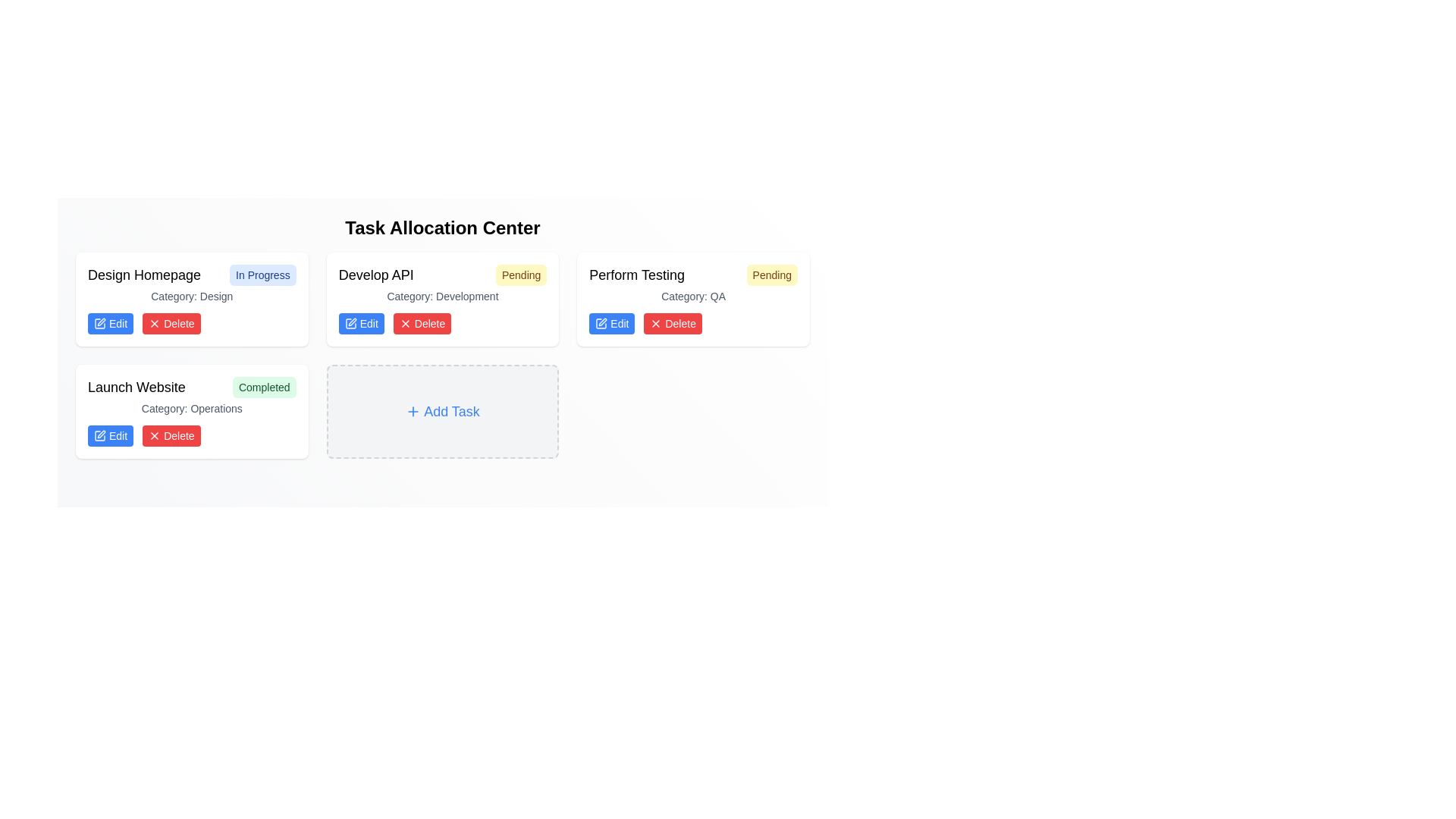  What do you see at coordinates (191, 296) in the screenshot?
I see `the 'Design' category text label located within the 'Design Homepage' task card, positioned below the title and 'In Progress' badge` at bounding box center [191, 296].